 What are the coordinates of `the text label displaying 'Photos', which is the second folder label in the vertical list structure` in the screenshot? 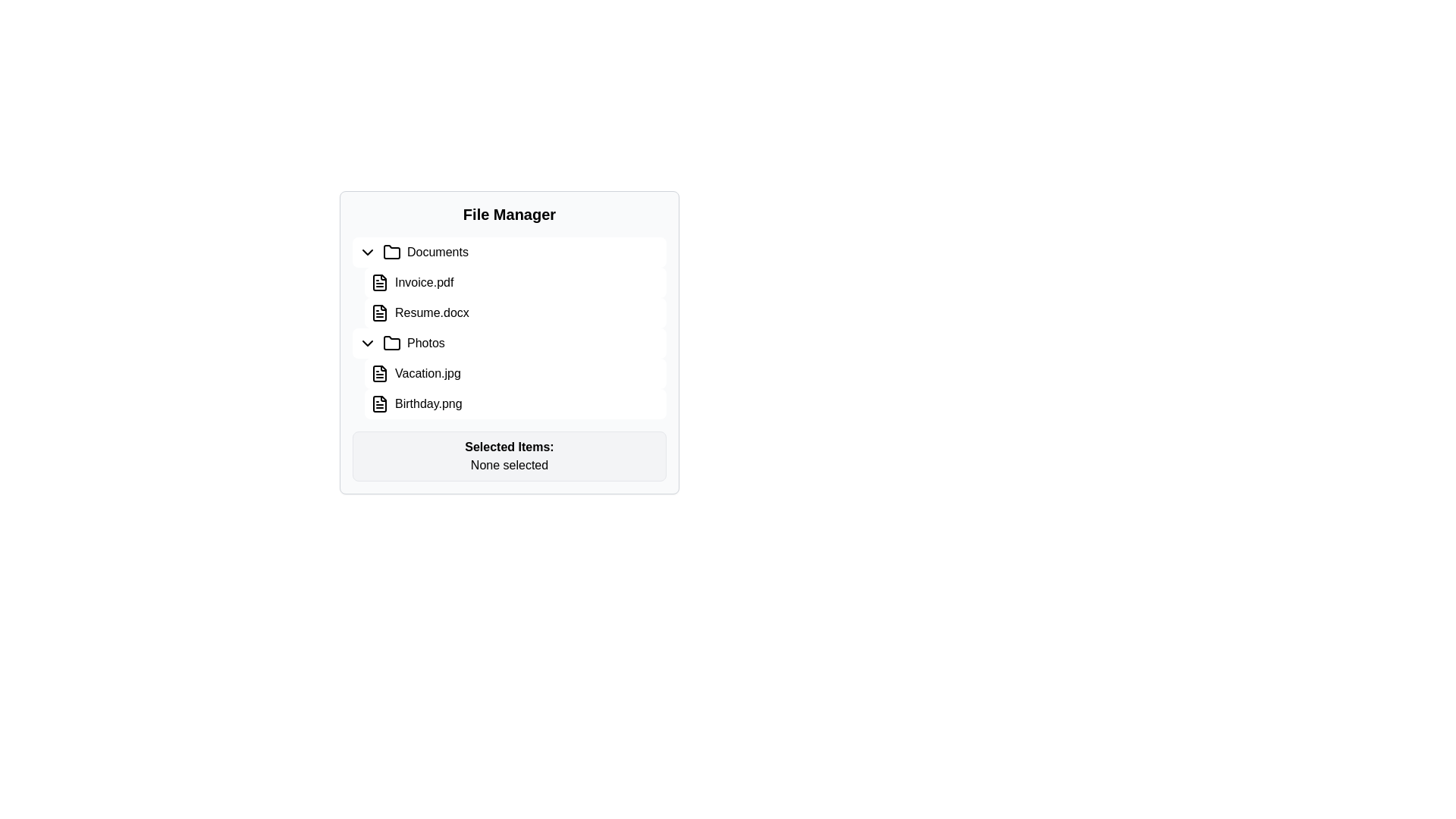 It's located at (425, 343).